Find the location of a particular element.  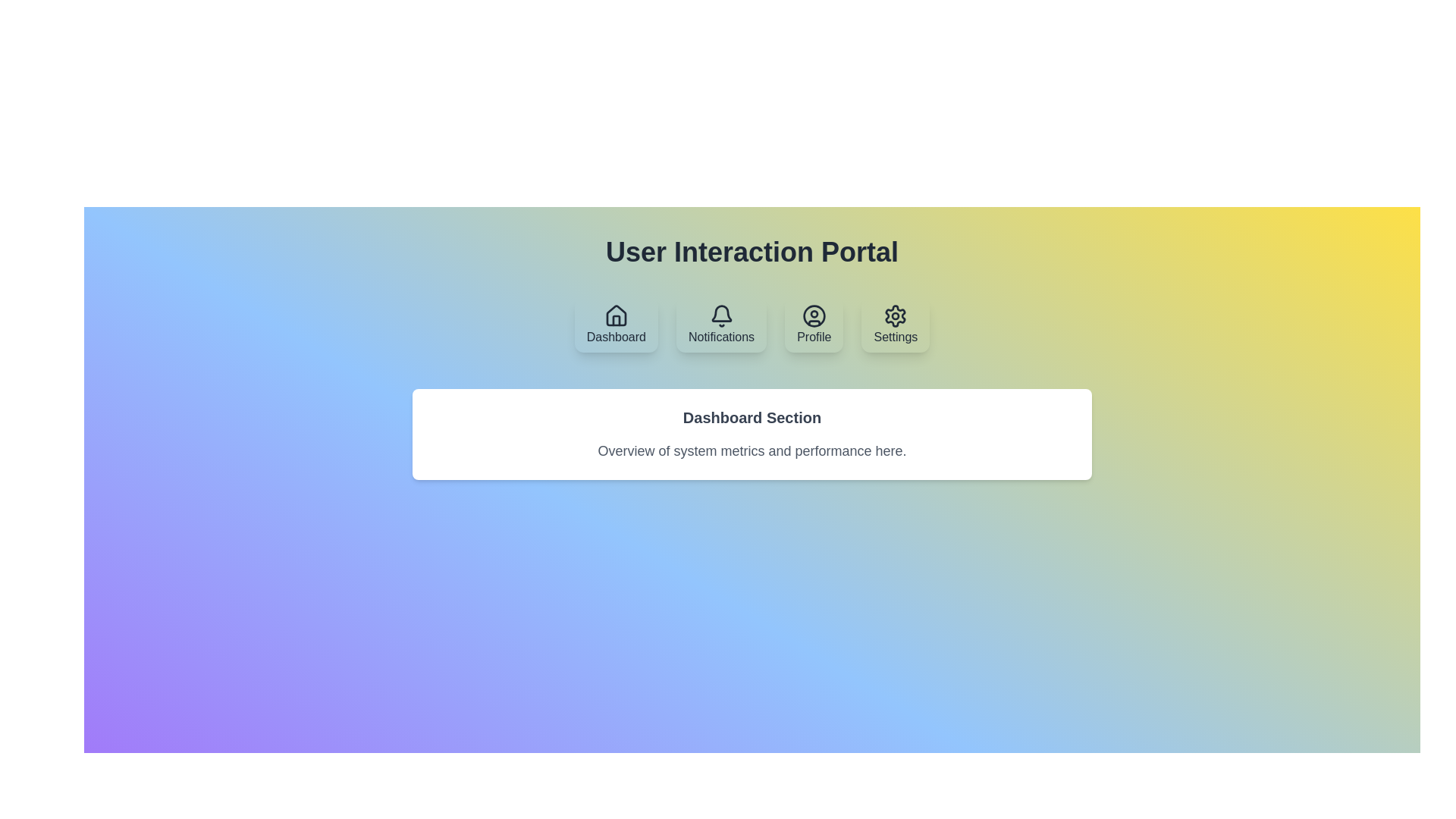

the Notifications tab by clicking on its button is located at coordinates (720, 324).